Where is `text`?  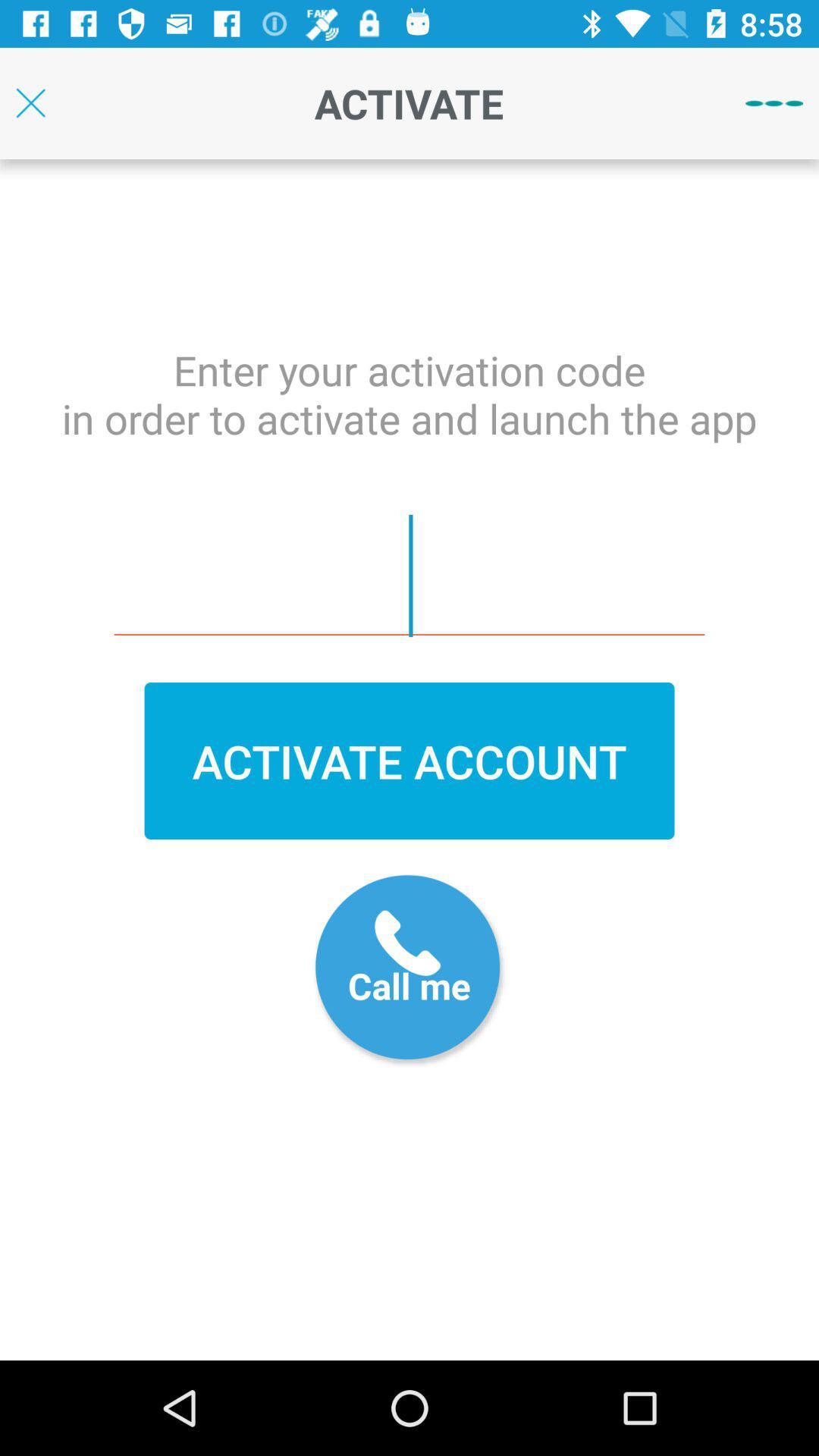 text is located at coordinates (409, 575).